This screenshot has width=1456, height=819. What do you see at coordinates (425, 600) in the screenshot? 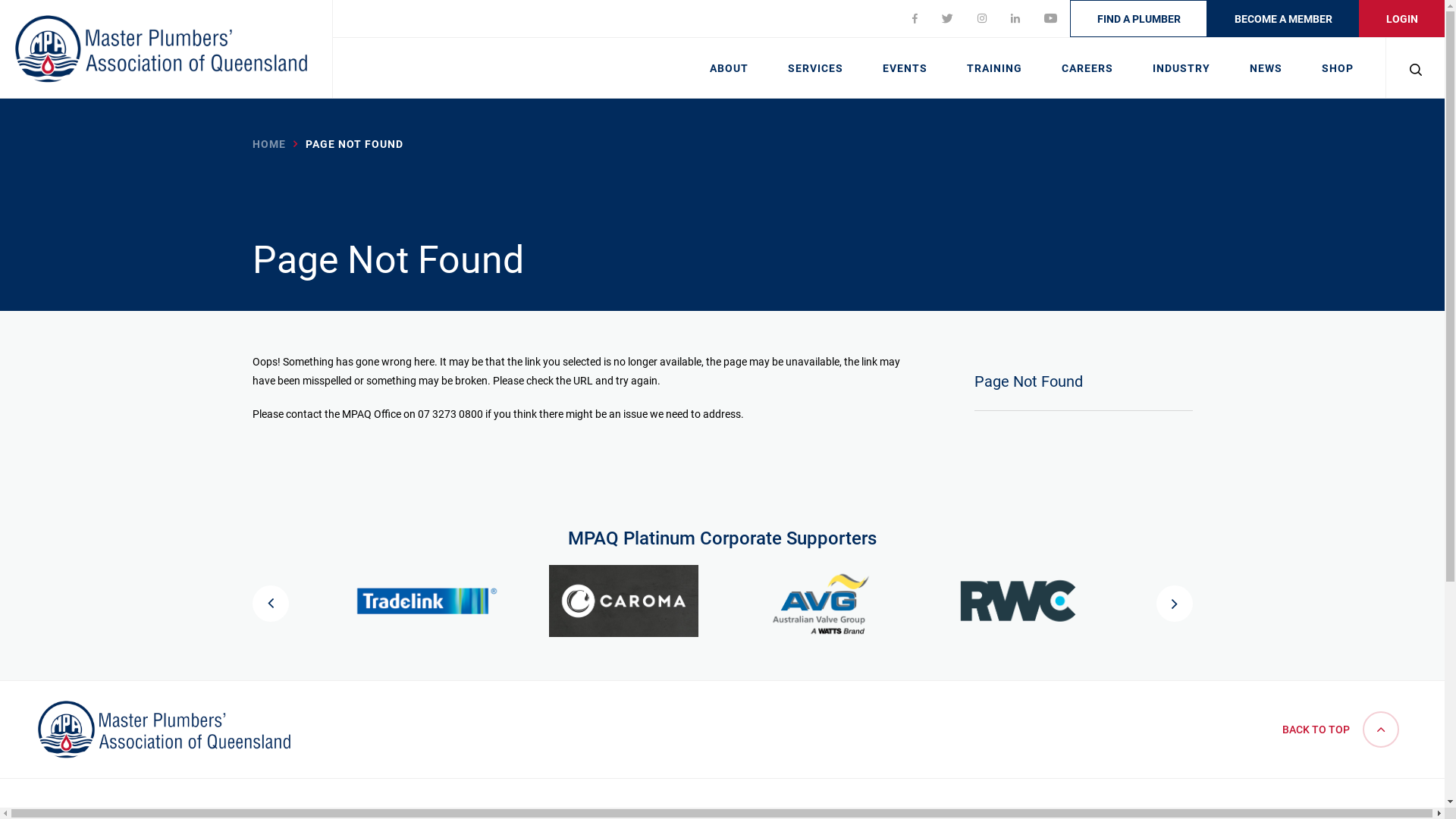
I see `'Tradelink - Platinum Corporate Supporter'` at bounding box center [425, 600].